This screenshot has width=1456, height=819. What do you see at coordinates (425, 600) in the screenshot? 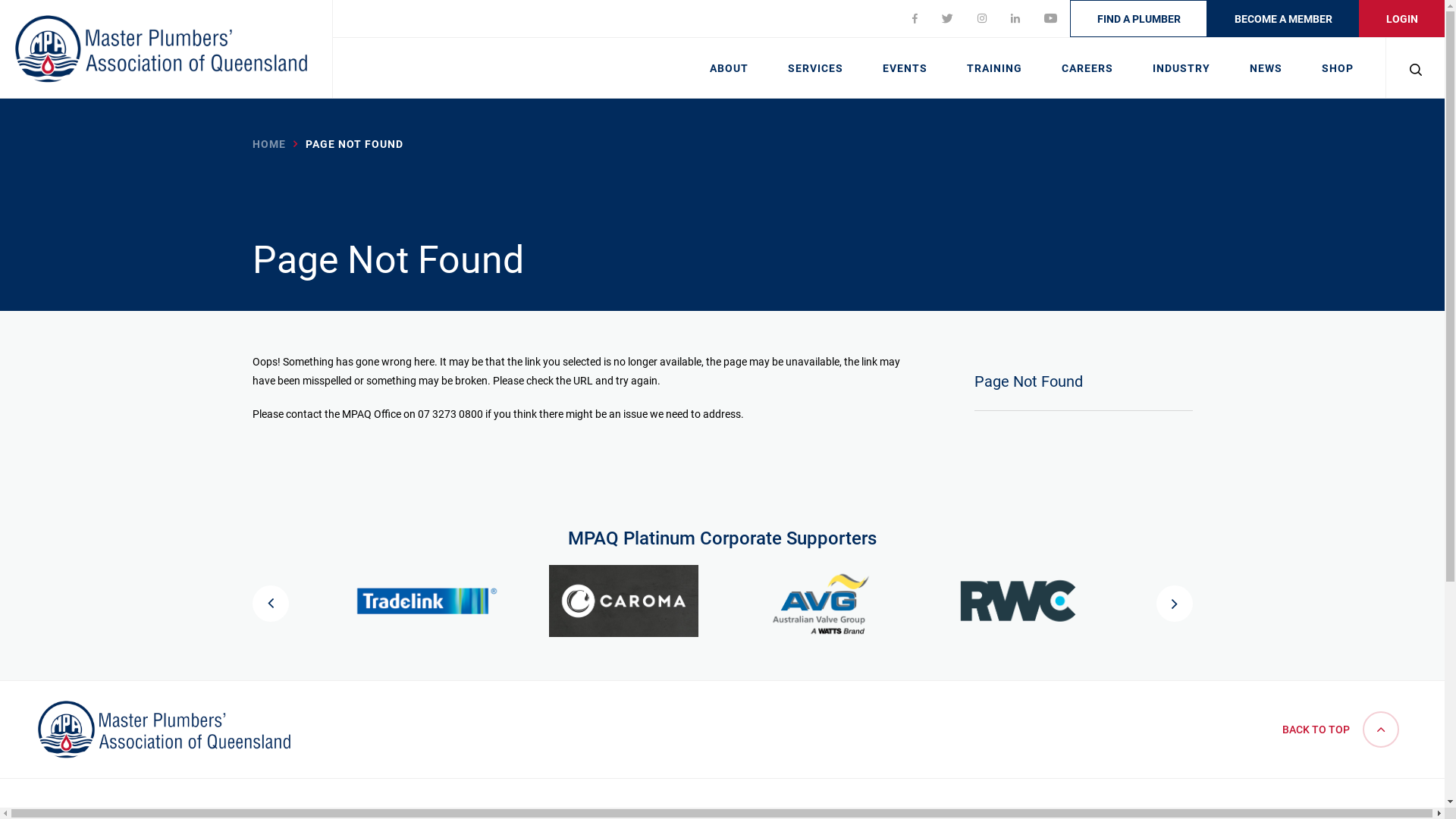
I see `'Tradelink - Platinum Corporate Supporter'` at bounding box center [425, 600].